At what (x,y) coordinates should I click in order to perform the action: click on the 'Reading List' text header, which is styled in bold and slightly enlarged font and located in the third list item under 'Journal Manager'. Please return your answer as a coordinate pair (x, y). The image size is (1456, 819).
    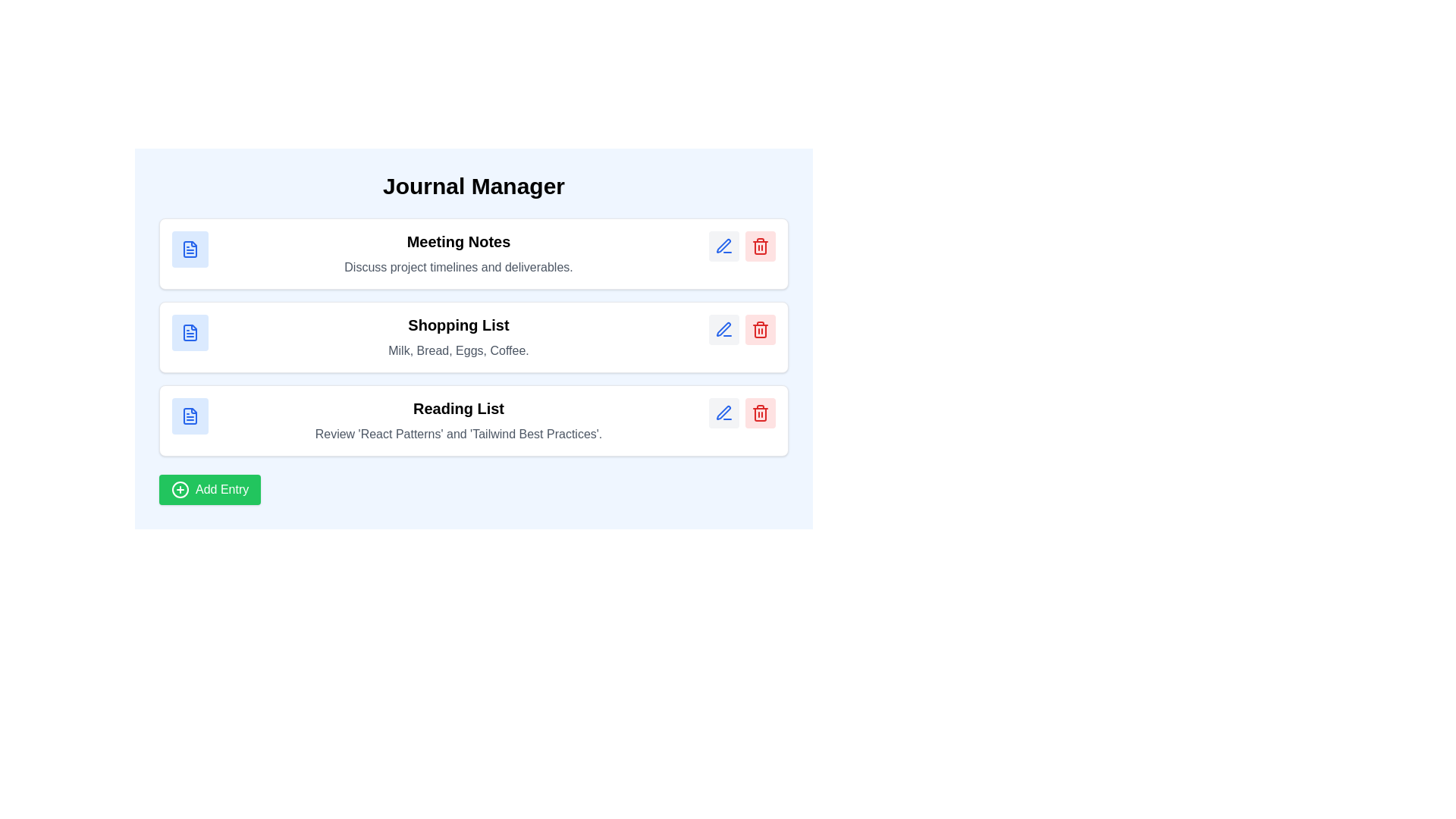
    Looking at the image, I should click on (457, 408).